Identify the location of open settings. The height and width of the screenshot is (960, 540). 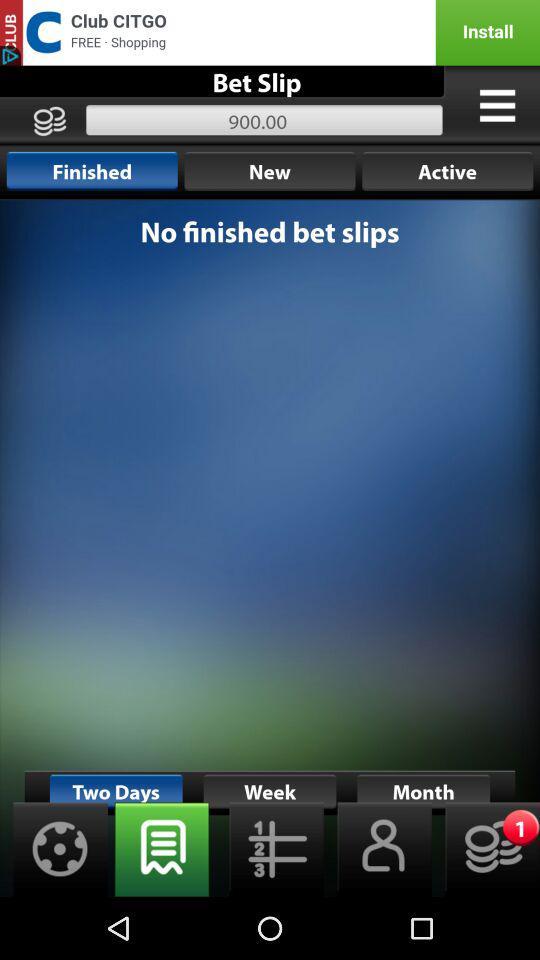
(54, 848).